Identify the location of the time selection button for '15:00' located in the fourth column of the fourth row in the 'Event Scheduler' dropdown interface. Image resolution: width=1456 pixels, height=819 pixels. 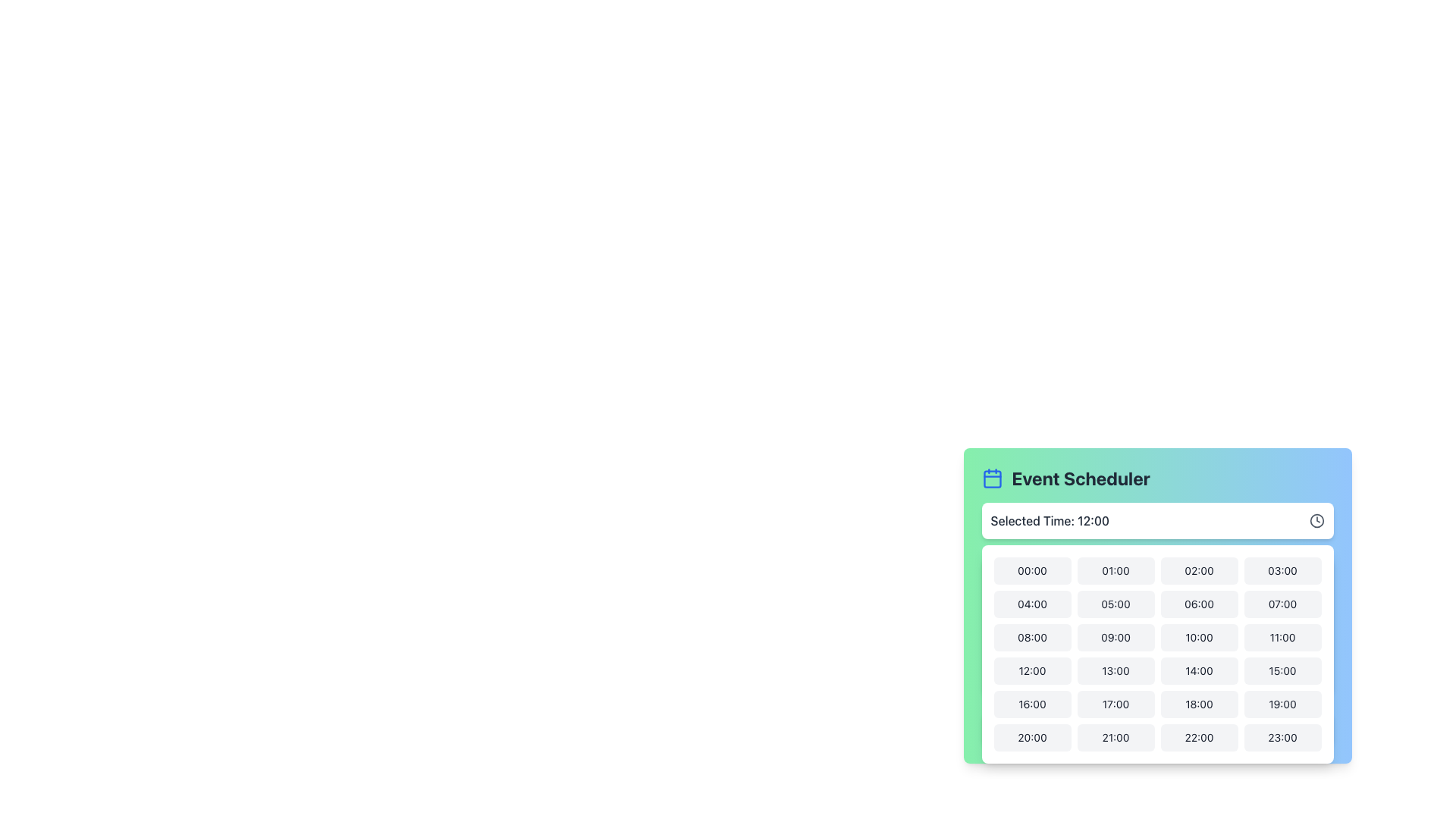
(1282, 670).